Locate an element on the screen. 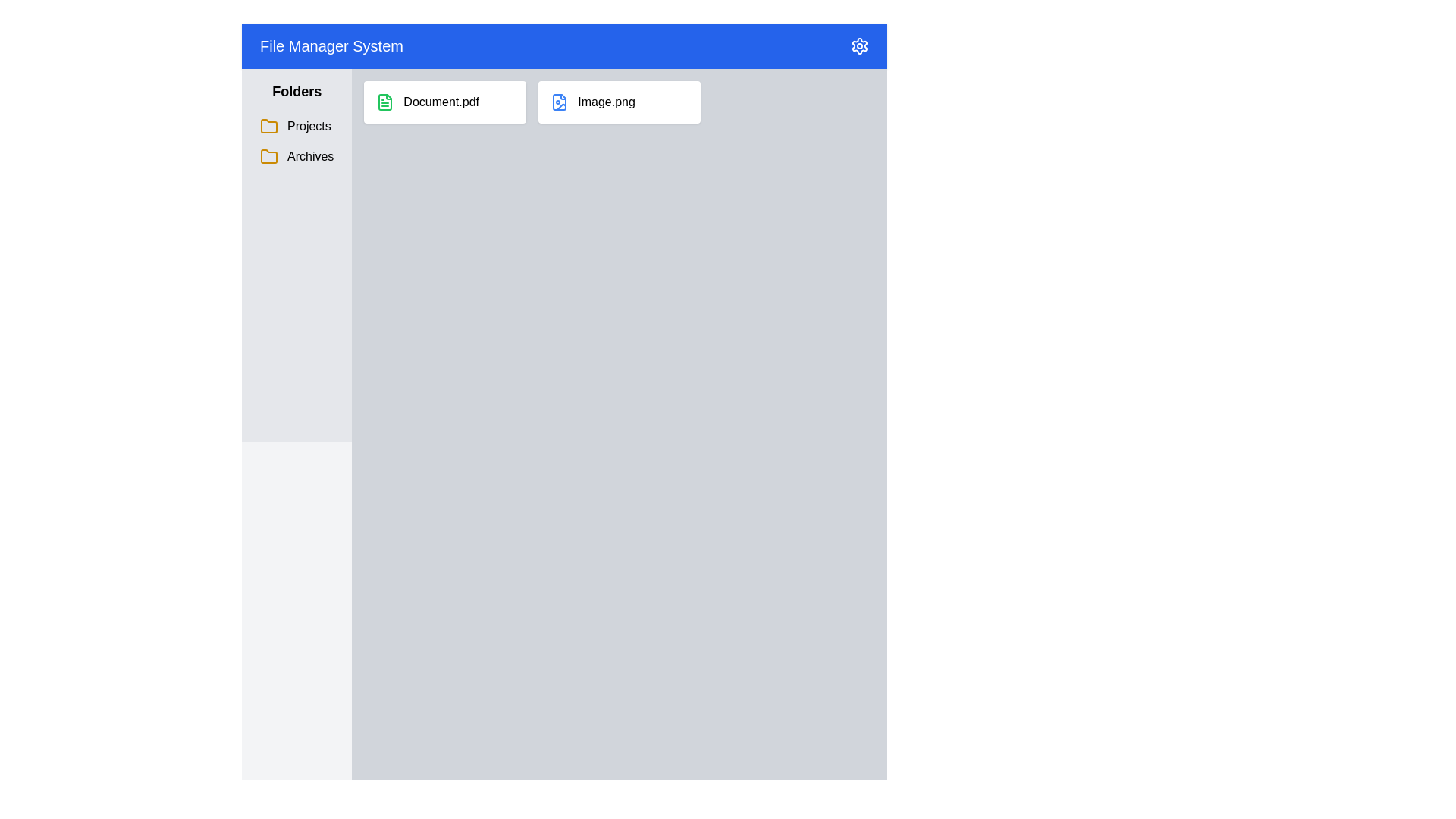 This screenshot has width=1456, height=819. the 'Projects' text label in the file navigation section is located at coordinates (308, 125).